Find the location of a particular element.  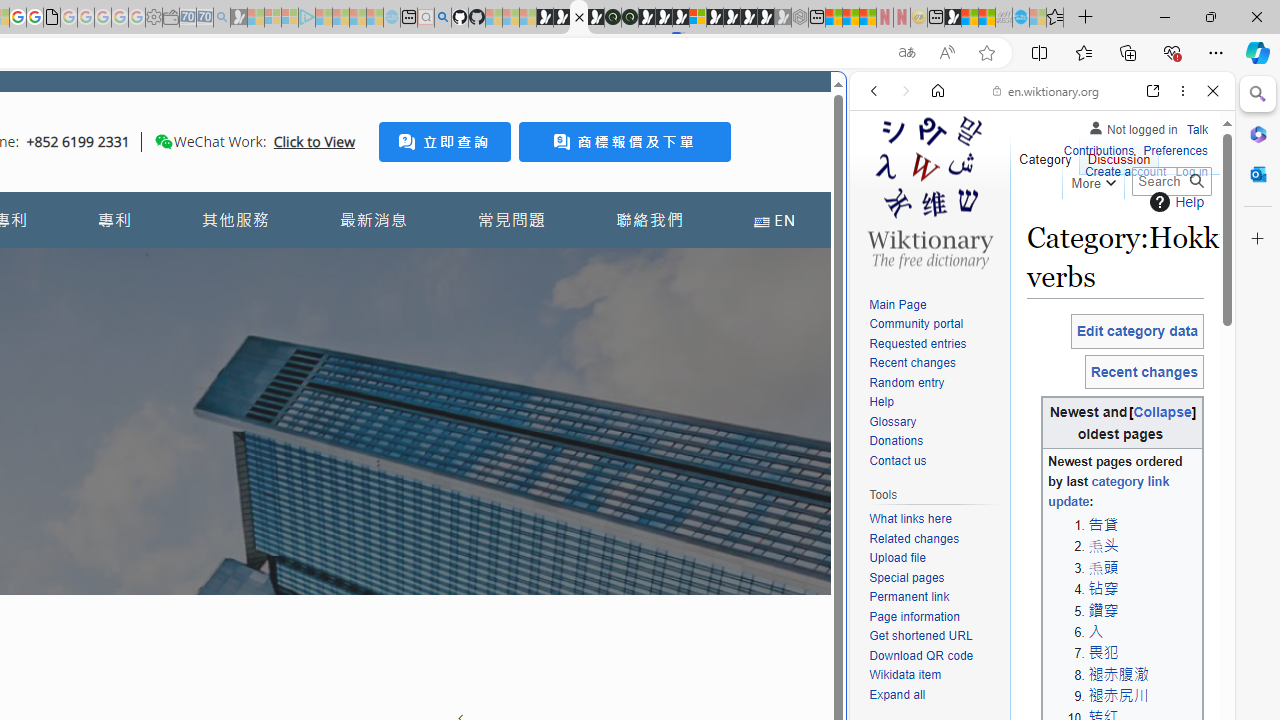

'What links here' is located at coordinates (934, 518).